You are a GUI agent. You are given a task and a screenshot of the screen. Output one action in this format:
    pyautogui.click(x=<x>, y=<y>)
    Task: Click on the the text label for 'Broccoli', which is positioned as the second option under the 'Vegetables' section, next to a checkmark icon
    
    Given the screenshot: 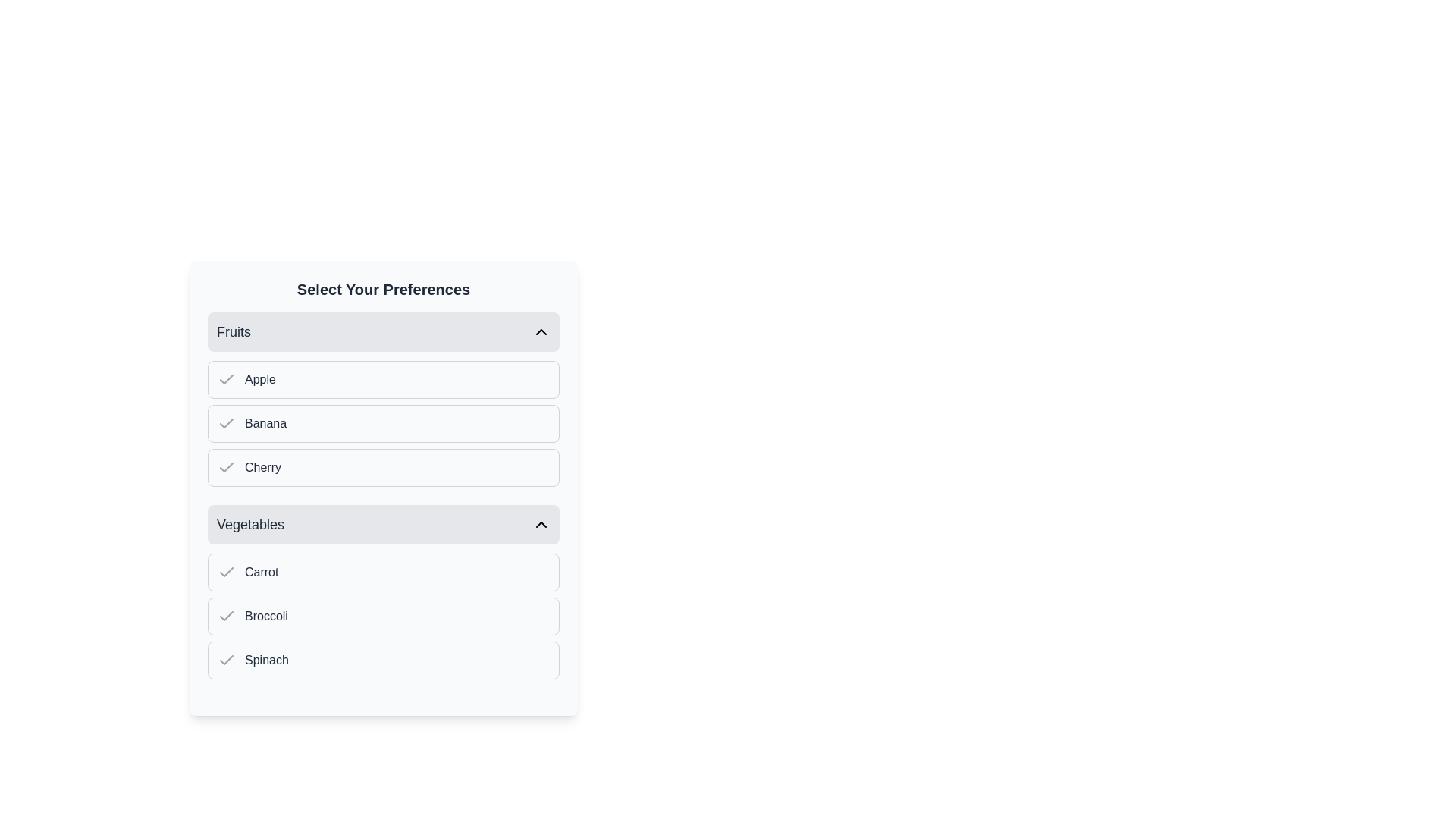 What is the action you would take?
    pyautogui.click(x=266, y=617)
    